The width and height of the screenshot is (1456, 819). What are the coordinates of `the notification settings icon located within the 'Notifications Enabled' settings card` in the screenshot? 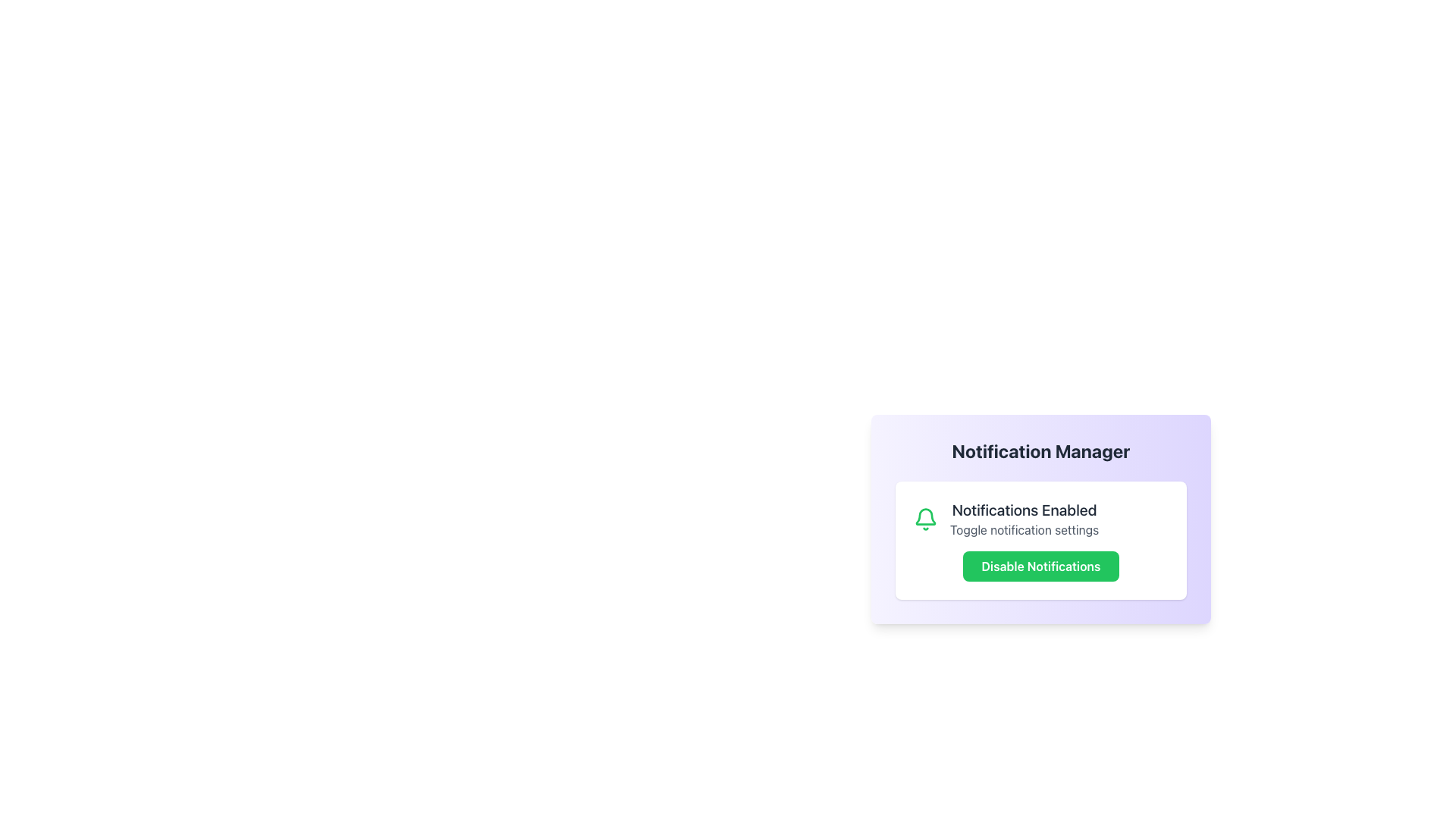 It's located at (924, 519).